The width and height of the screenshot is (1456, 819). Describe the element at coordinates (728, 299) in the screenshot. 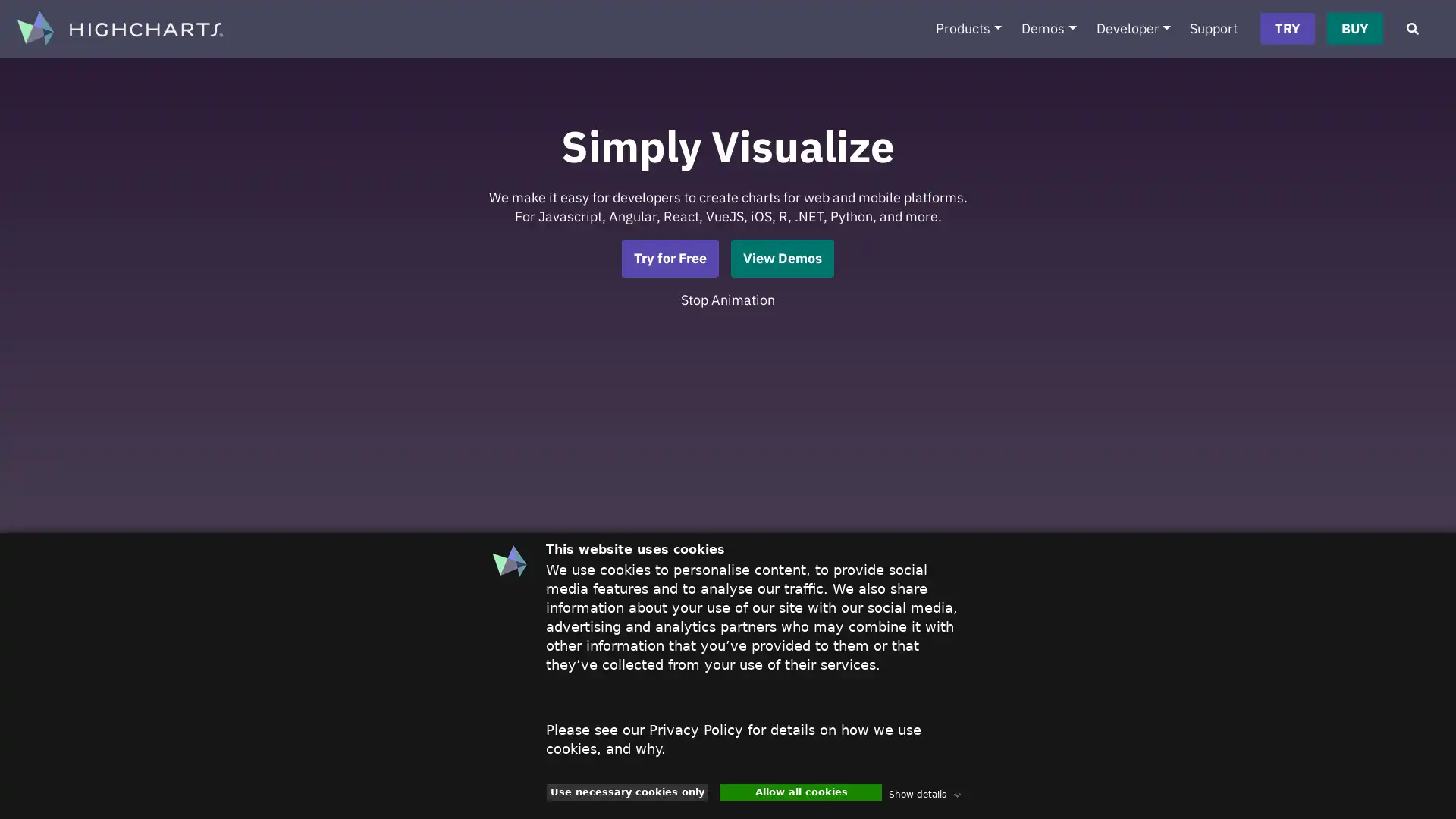

I see `Stop Animation` at that location.